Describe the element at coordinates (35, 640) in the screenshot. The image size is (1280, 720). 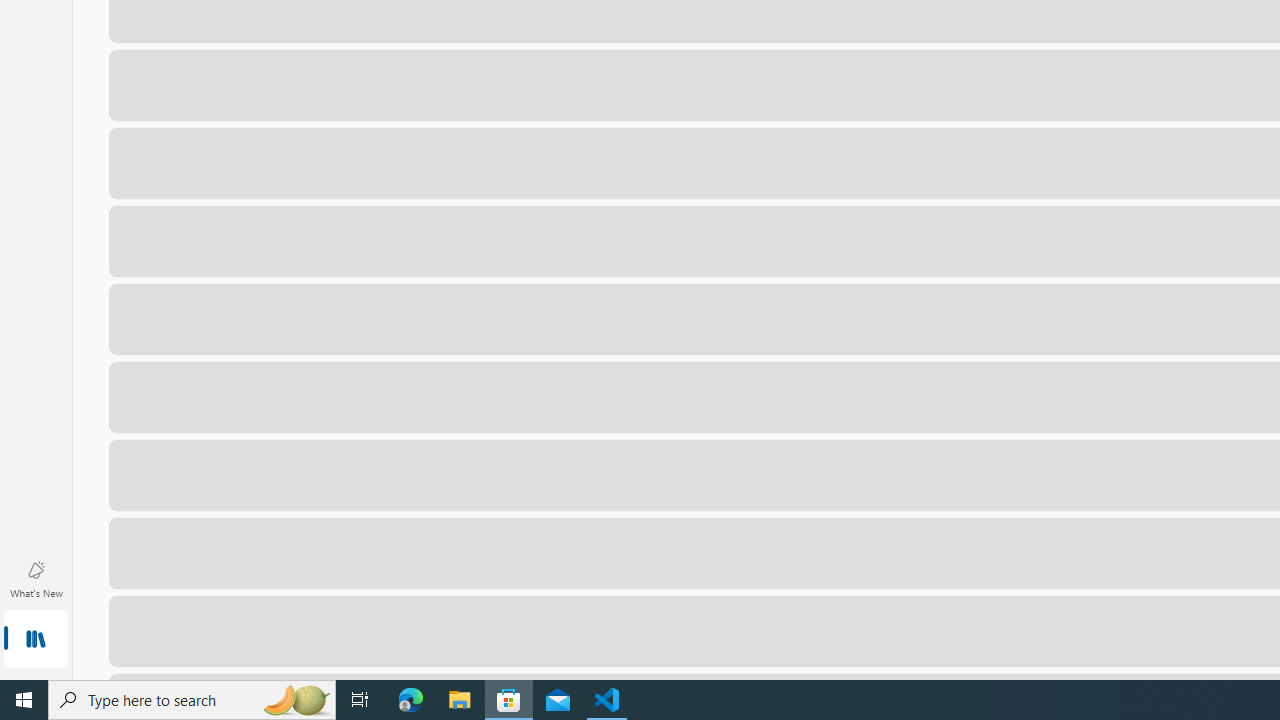
I see `'Library'` at that location.